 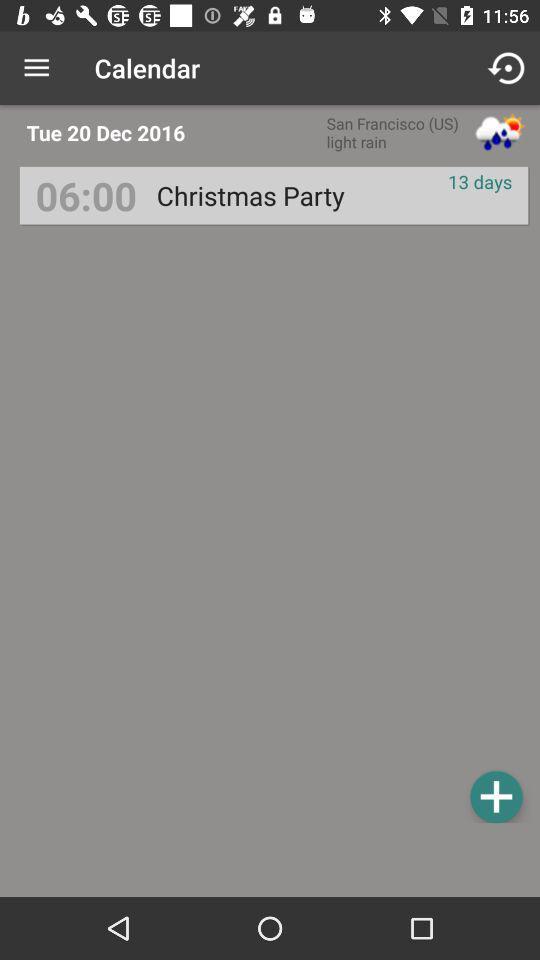 I want to click on the icon next to 06:00 icon, so click(x=250, y=195).